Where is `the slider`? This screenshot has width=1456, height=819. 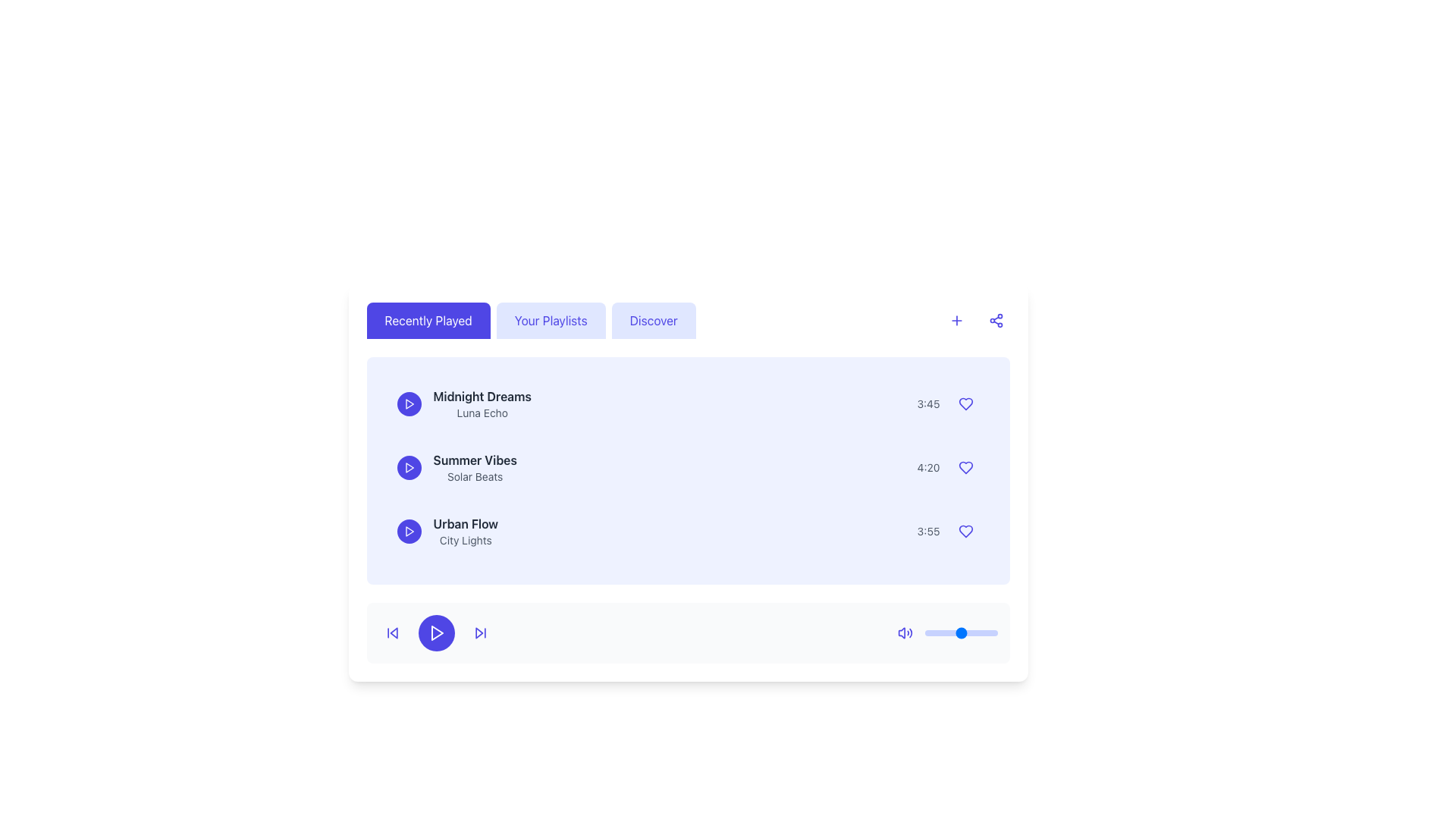
the slider is located at coordinates (943, 632).